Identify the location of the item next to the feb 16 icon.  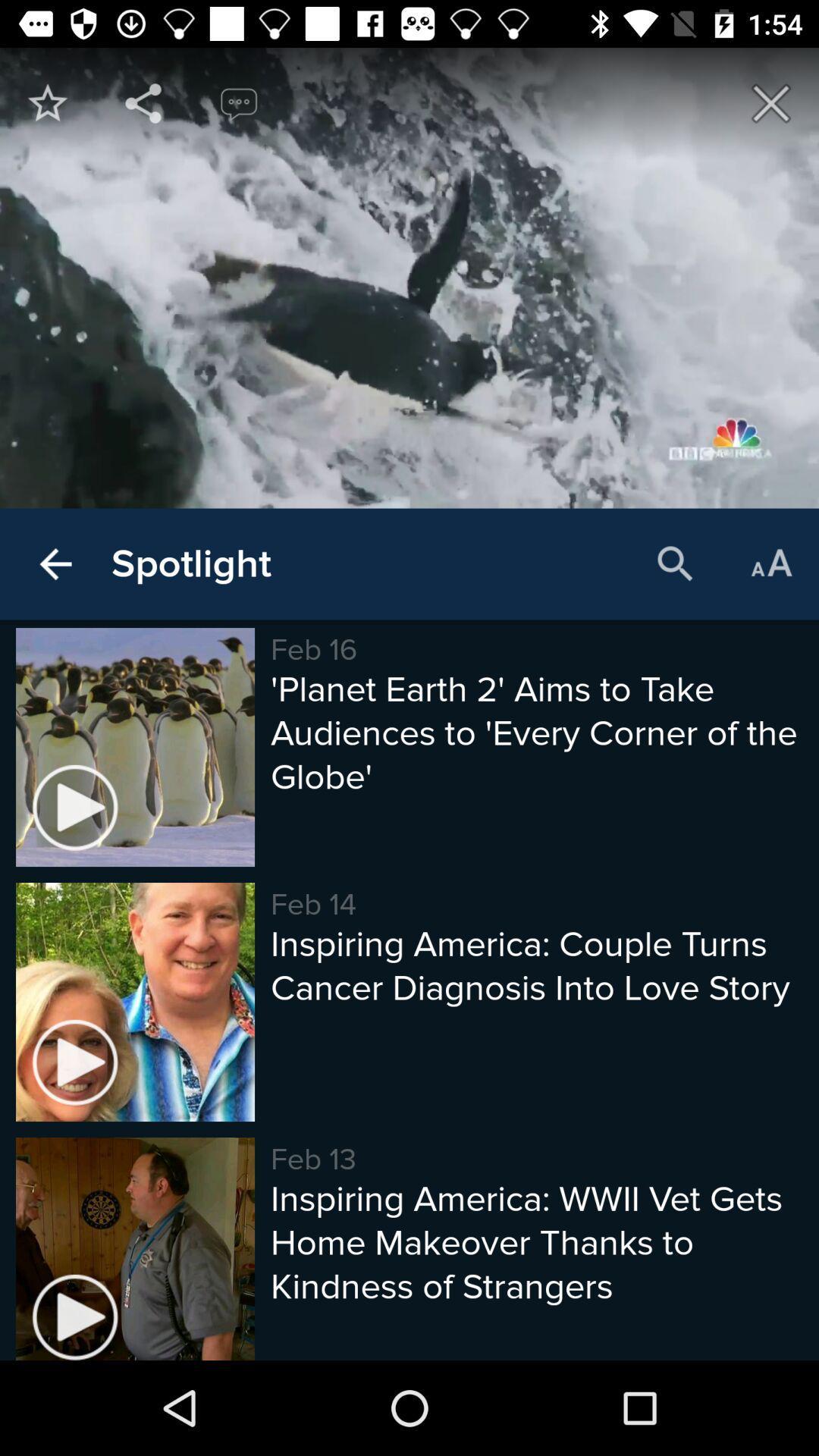
(190, 563).